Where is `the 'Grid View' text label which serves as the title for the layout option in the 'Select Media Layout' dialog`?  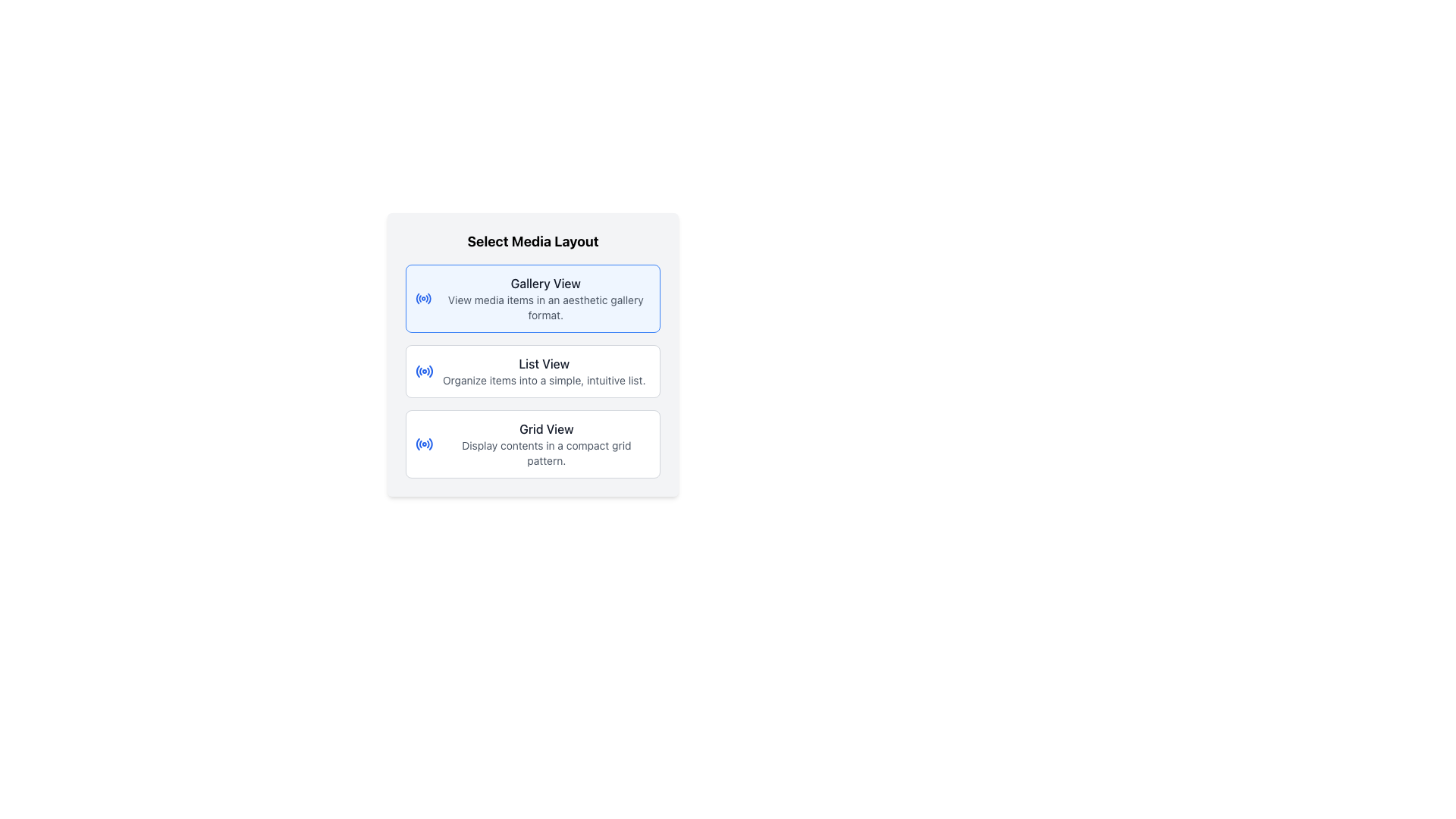 the 'Grid View' text label which serves as the title for the layout option in the 'Select Media Layout' dialog is located at coordinates (546, 429).